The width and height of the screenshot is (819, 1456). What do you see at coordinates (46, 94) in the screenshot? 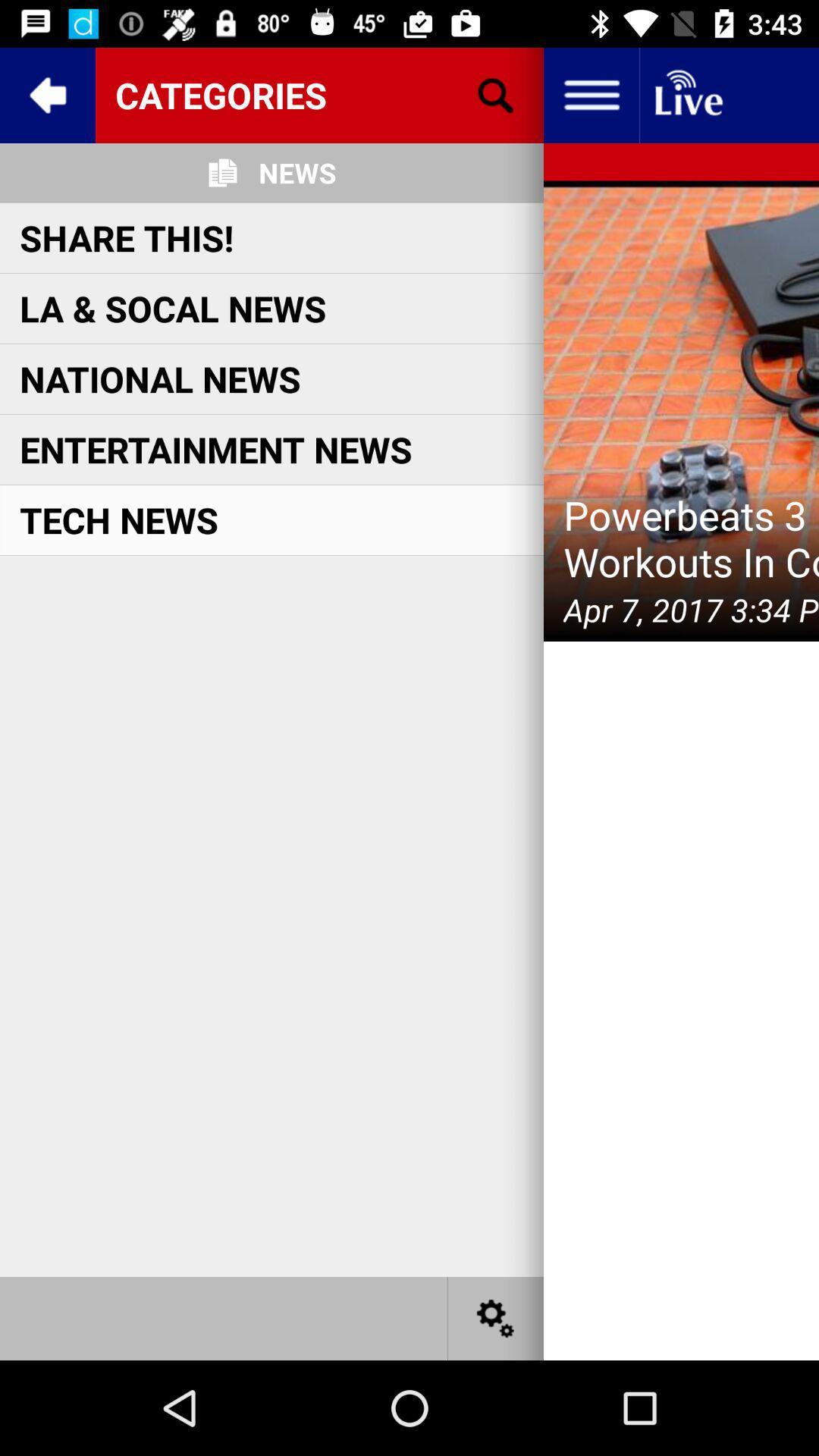
I see `the arrow_backward icon` at bounding box center [46, 94].